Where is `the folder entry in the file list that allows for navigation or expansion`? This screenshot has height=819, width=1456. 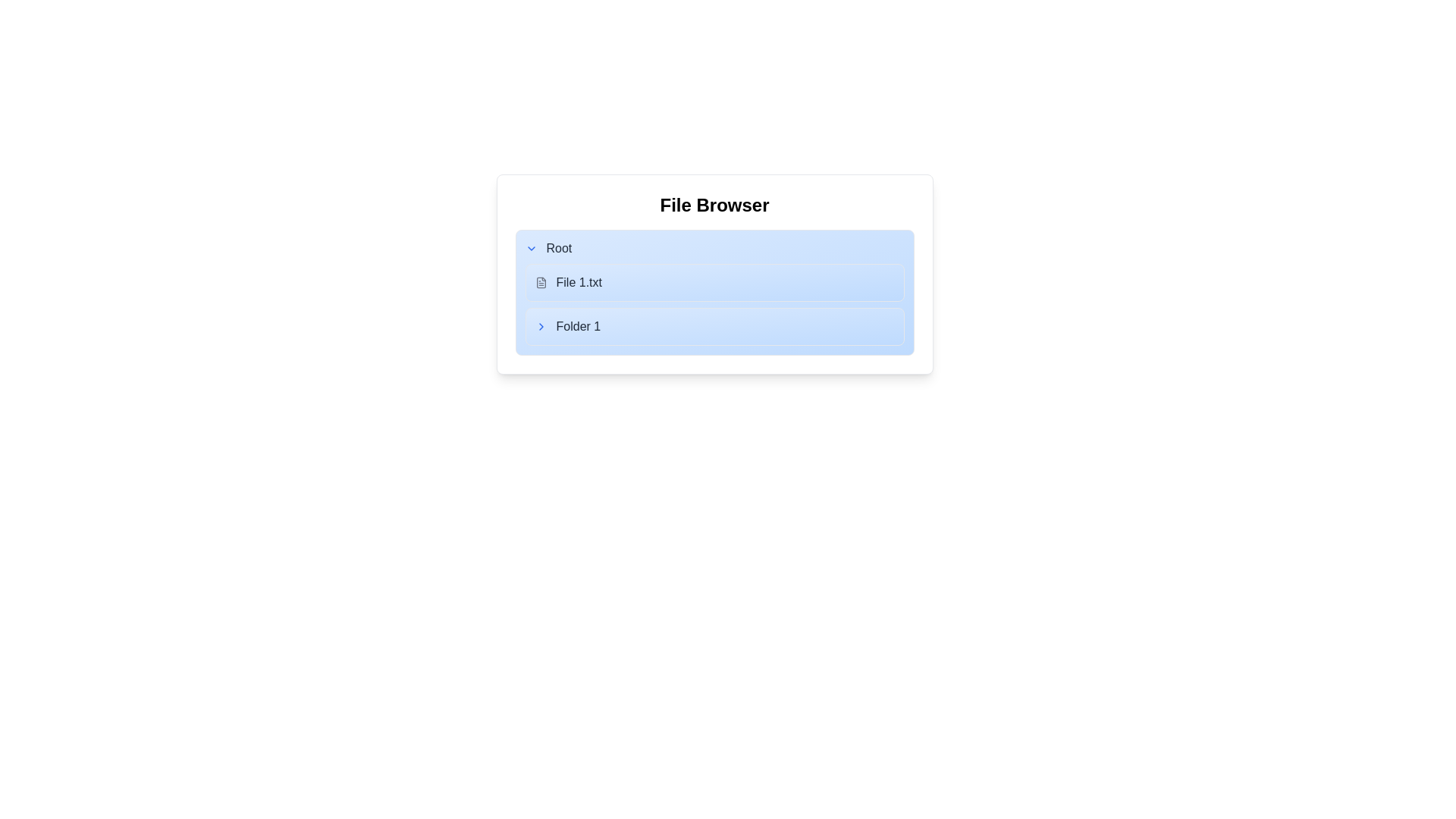
the folder entry in the file list that allows for navigation or expansion is located at coordinates (714, 326).